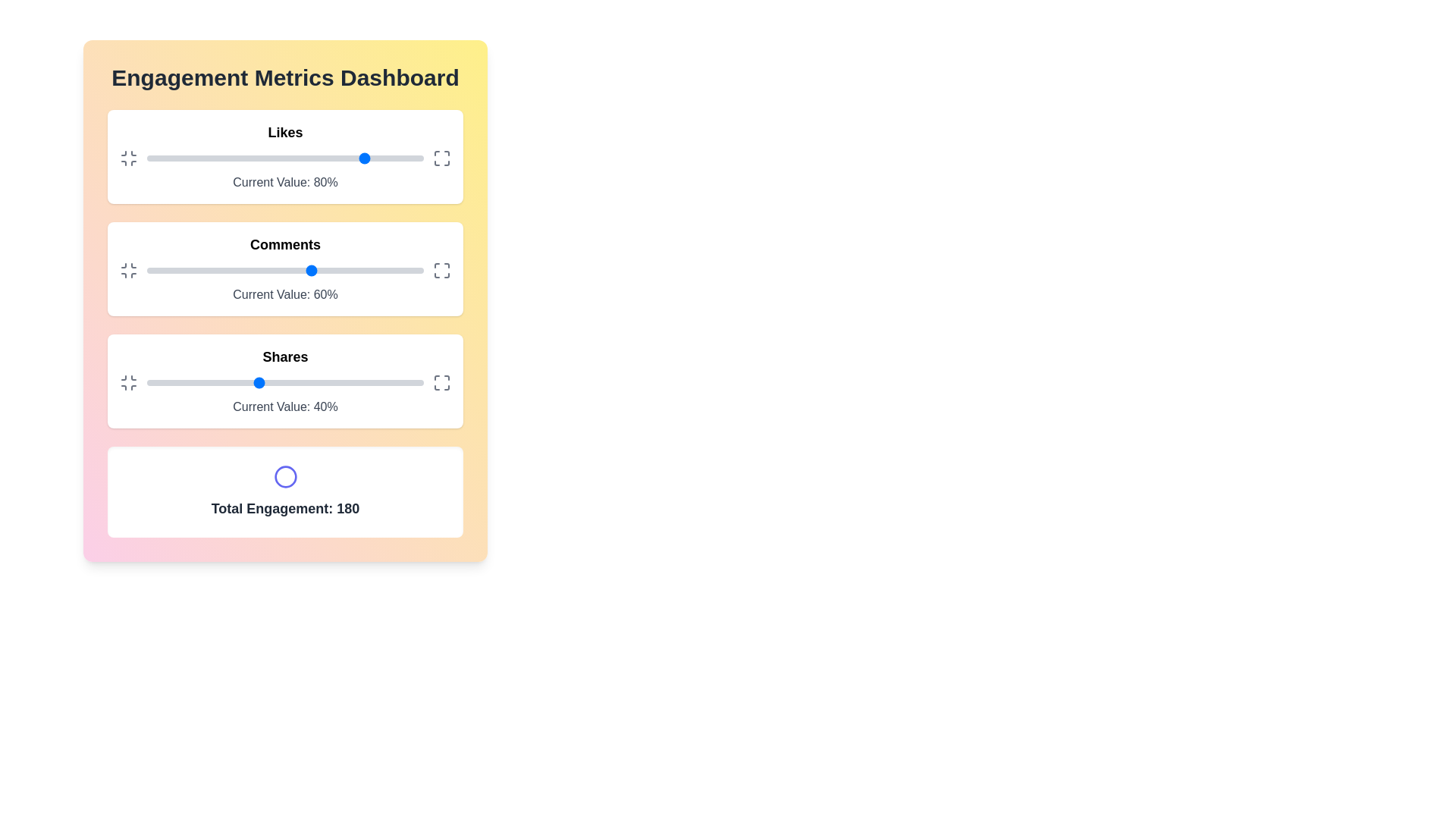 The height and width of the screenshot is (819, 1456). What do you see at coordinates (193, 270) in the screenshot?
I see `comments` at bounding box center [193, 270].